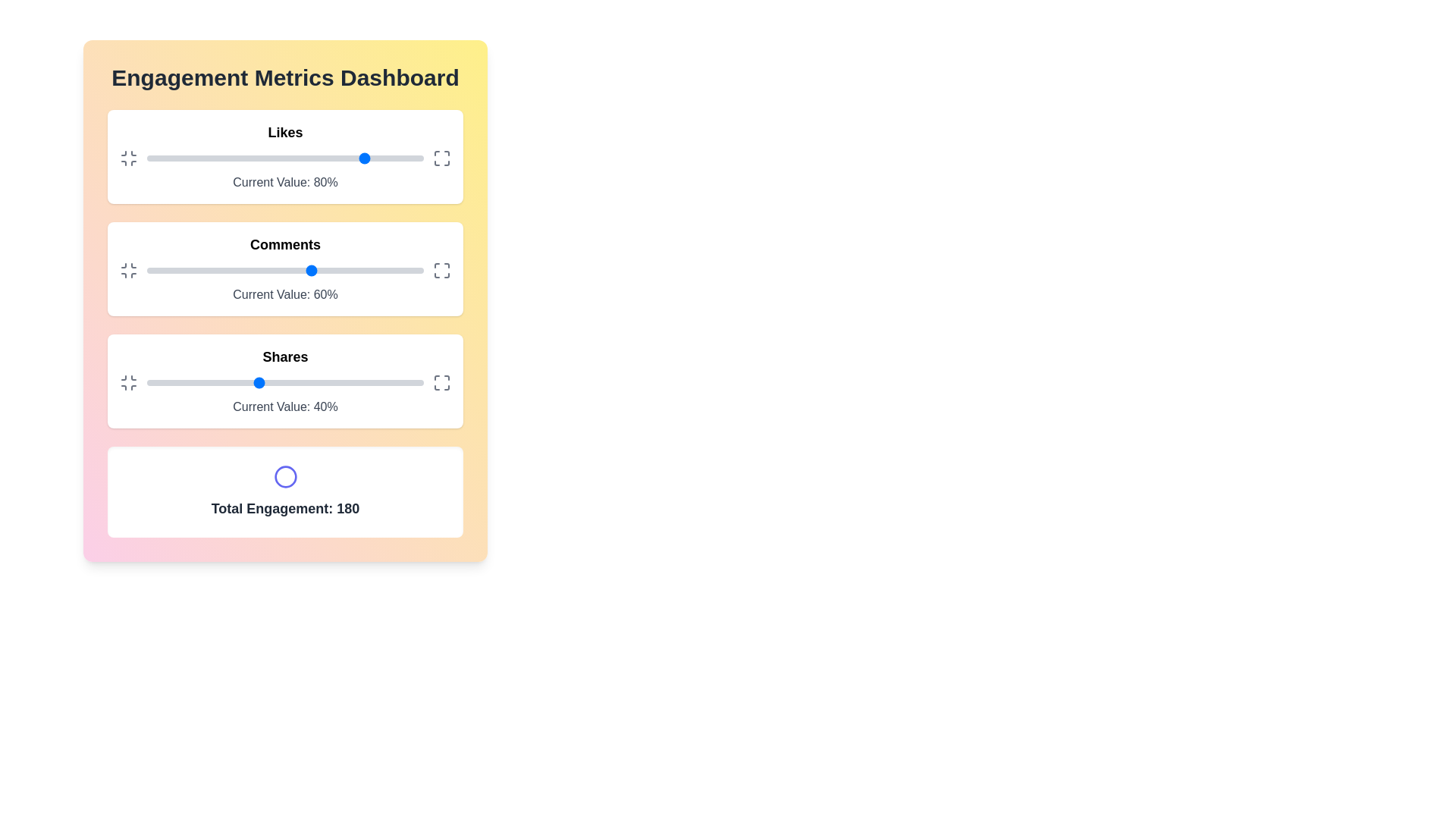 The height and width of the screenshot is (819, 1456). What do you see at coordinates (193, 270) in the screenshot?
I see `comments` at bounding box center [193, 270].